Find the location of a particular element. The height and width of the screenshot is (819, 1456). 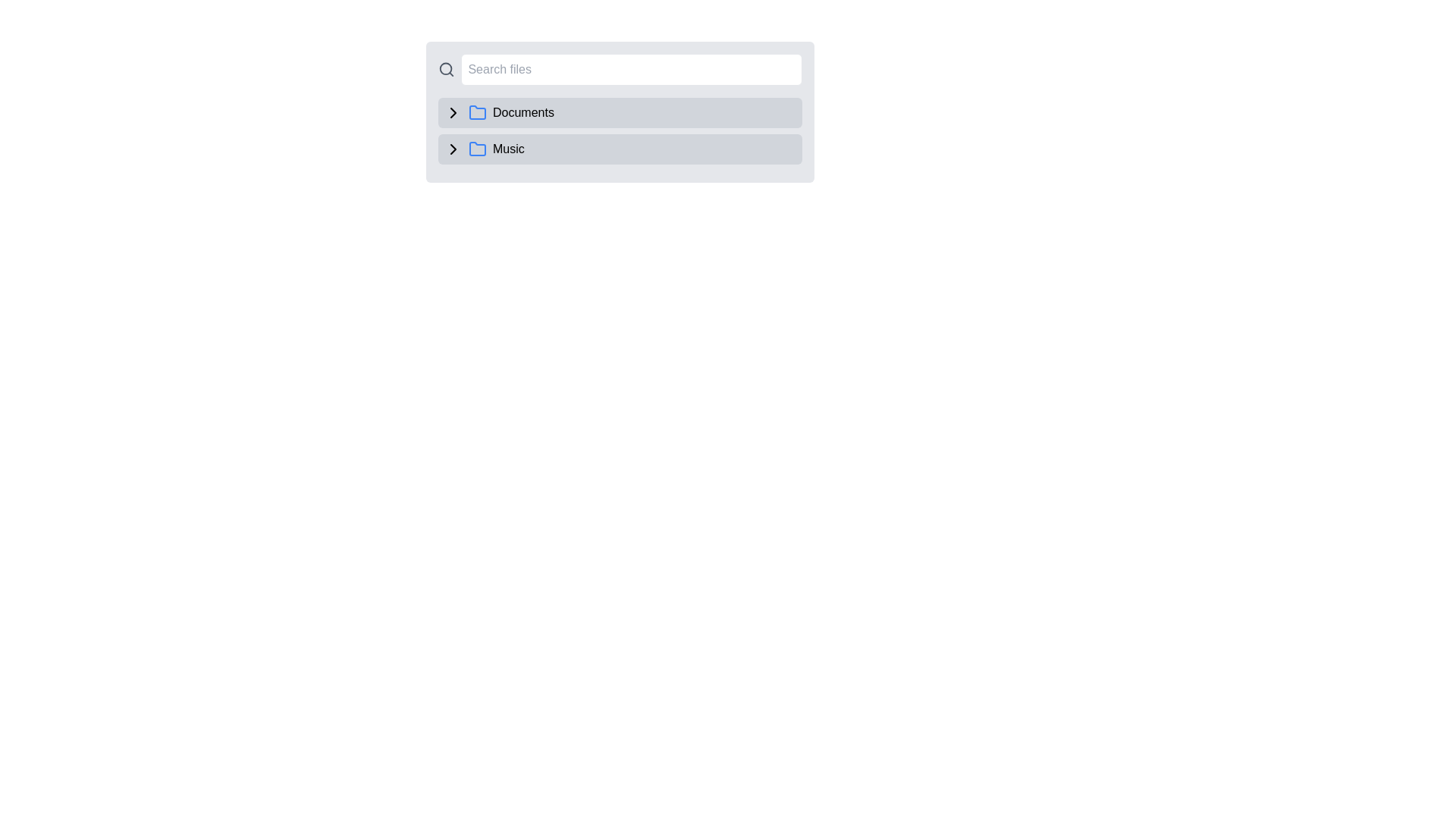

the circular part of the magnifying glass icon, which is styled with a gray stroke and positioned to the left of the 'Search files' input box is located at coordinates (445, 69).